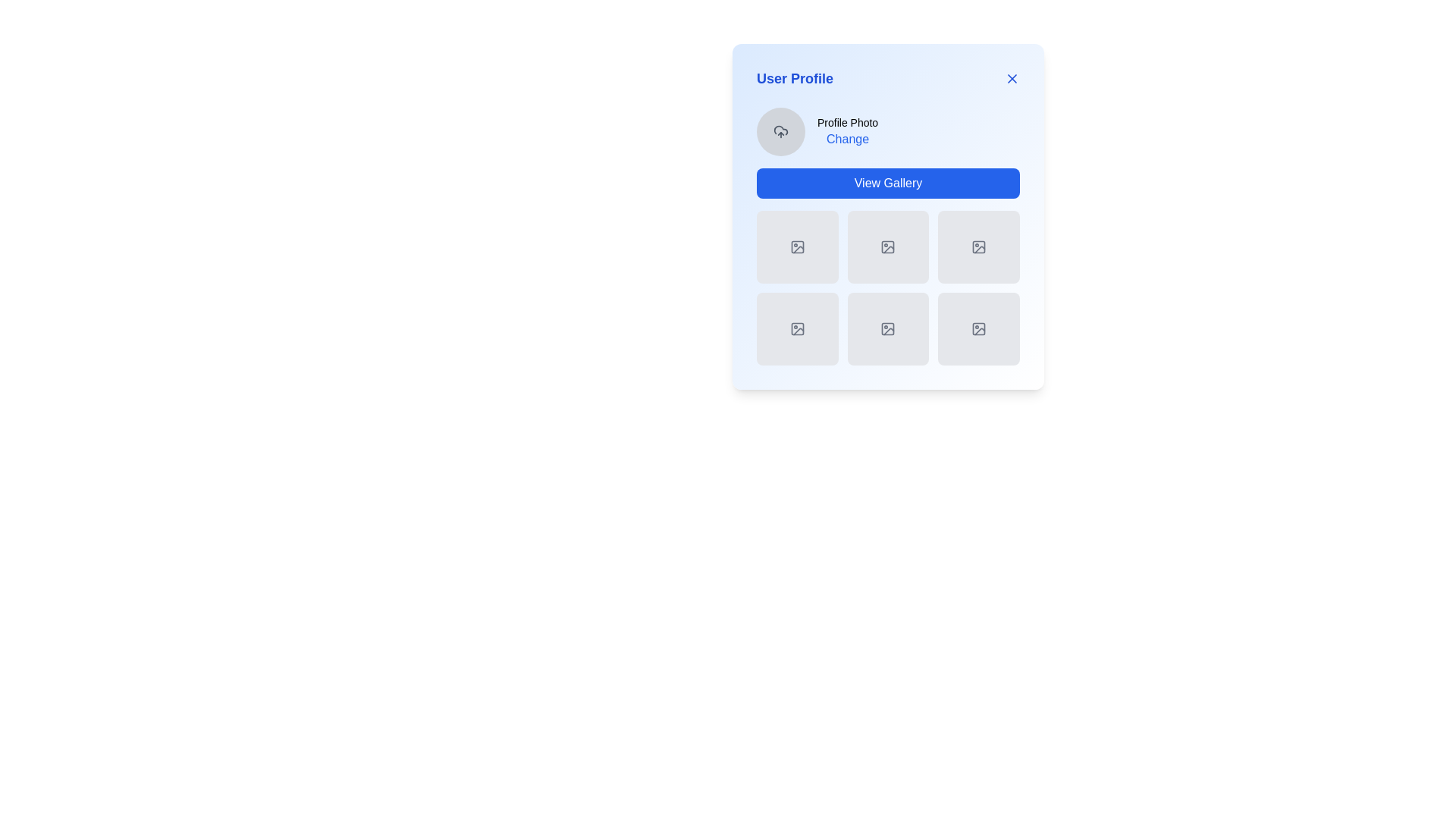  What do you see at coordinates (888, 216) in the screenshot?
I see `the image placeholder element located in the grid layout` at bounding box center [888, 216].